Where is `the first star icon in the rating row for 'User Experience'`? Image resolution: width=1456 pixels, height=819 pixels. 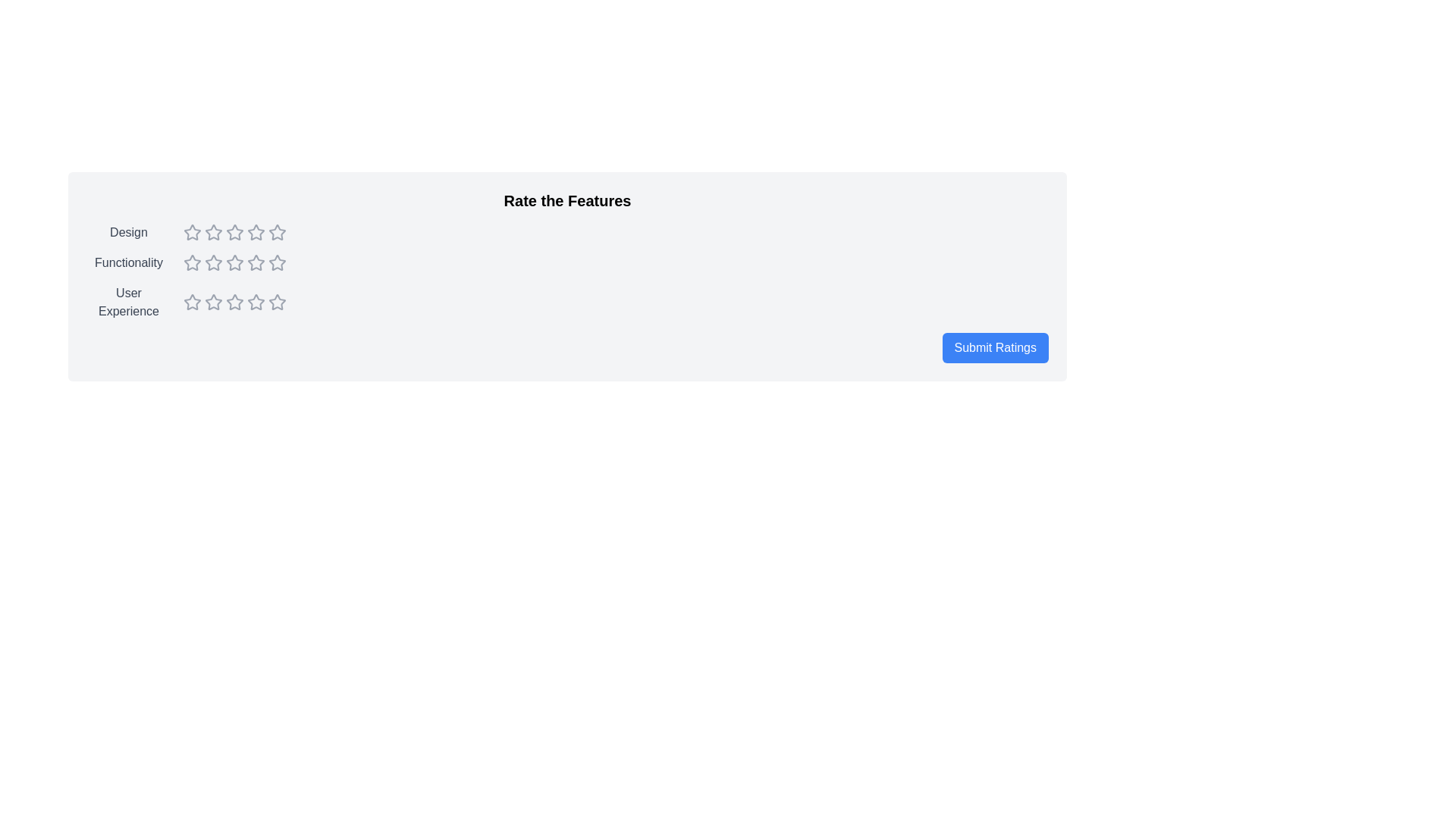
the first star icon in the rating row for 'User Experience' is located at coordinates (192, 302).